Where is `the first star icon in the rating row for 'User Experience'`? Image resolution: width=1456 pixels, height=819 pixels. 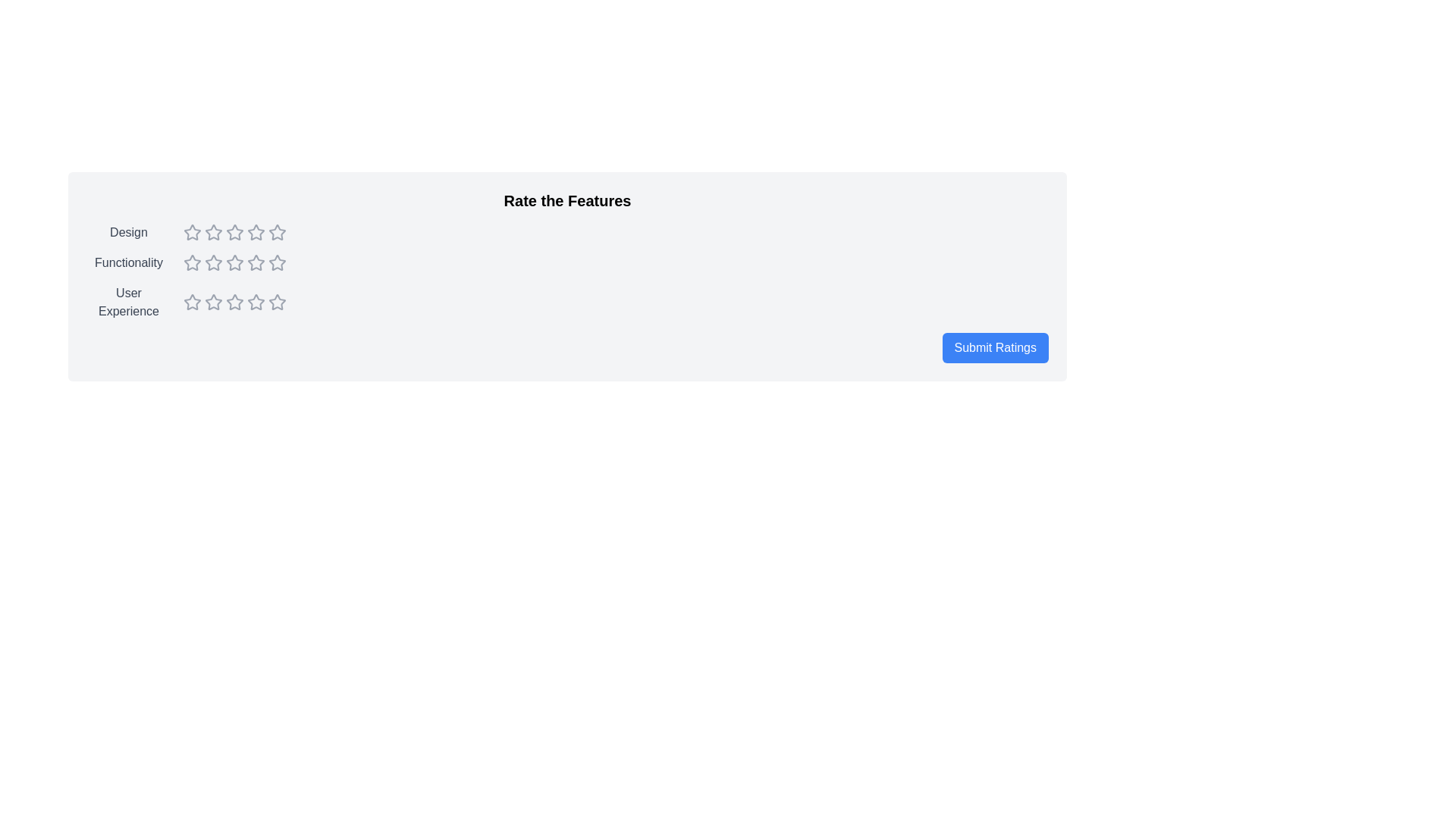
the first star icon in the rating row for 'User Experience' is located at coordinates (192, 302).